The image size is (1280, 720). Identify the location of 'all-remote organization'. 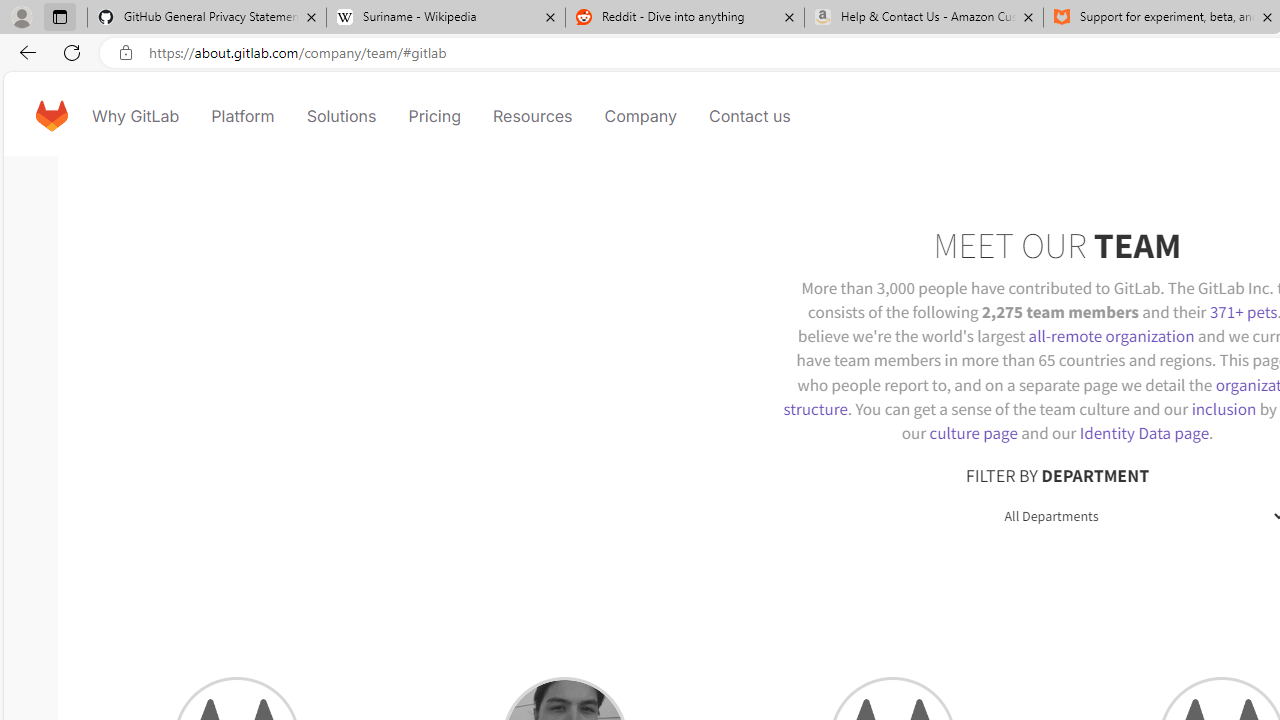
(1110, 335).